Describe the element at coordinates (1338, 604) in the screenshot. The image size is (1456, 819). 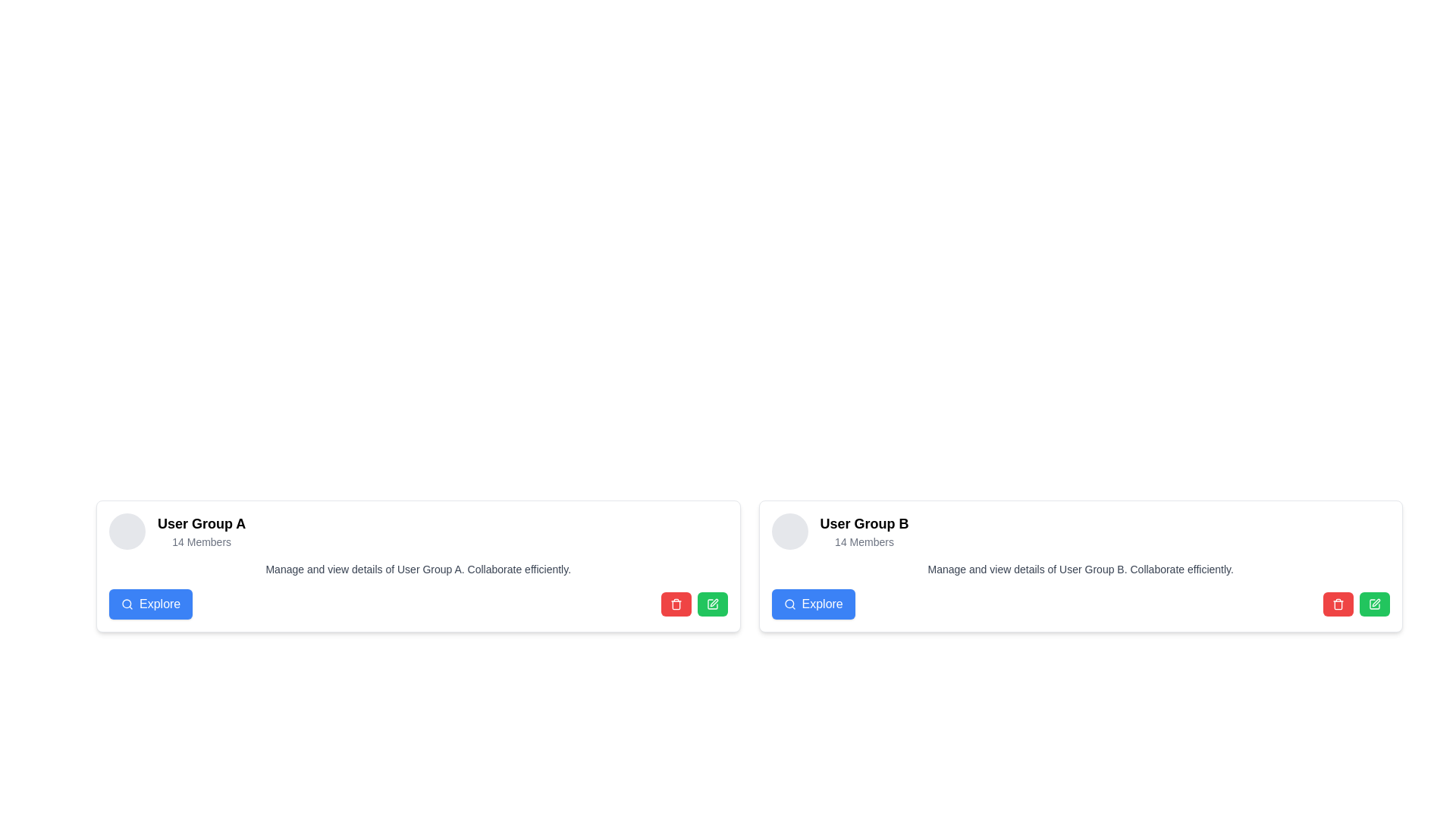
I see `the red button with white text and a trash bin icon located at the bottom right of the card-like UI component` at that location.